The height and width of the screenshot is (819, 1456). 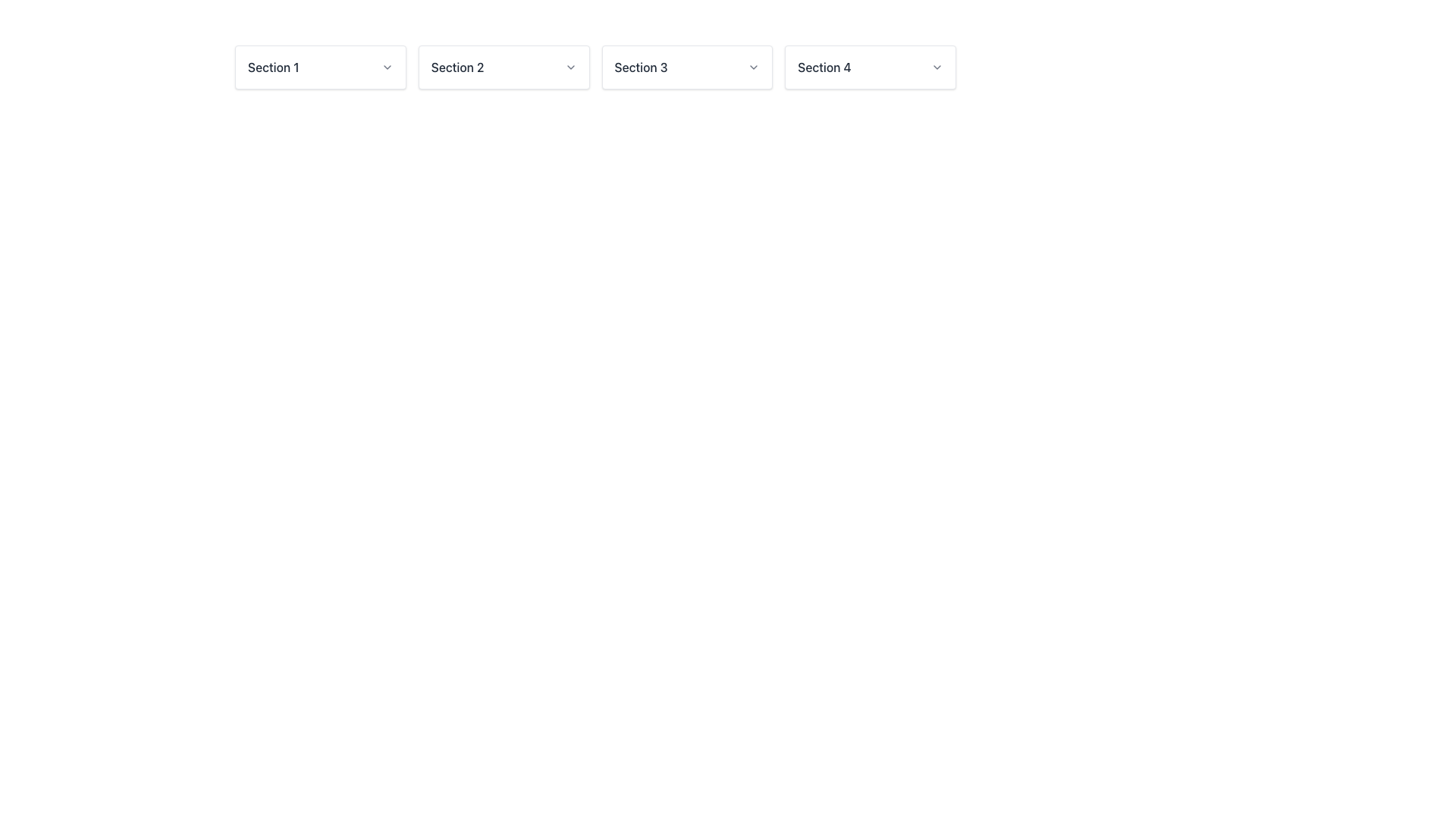 I want to click on the downward-facing chevron icon located beside the label 'Section 1', which is styled in a neutral gray color and has a modern thin-stroke design, so click(x=387, y=66).